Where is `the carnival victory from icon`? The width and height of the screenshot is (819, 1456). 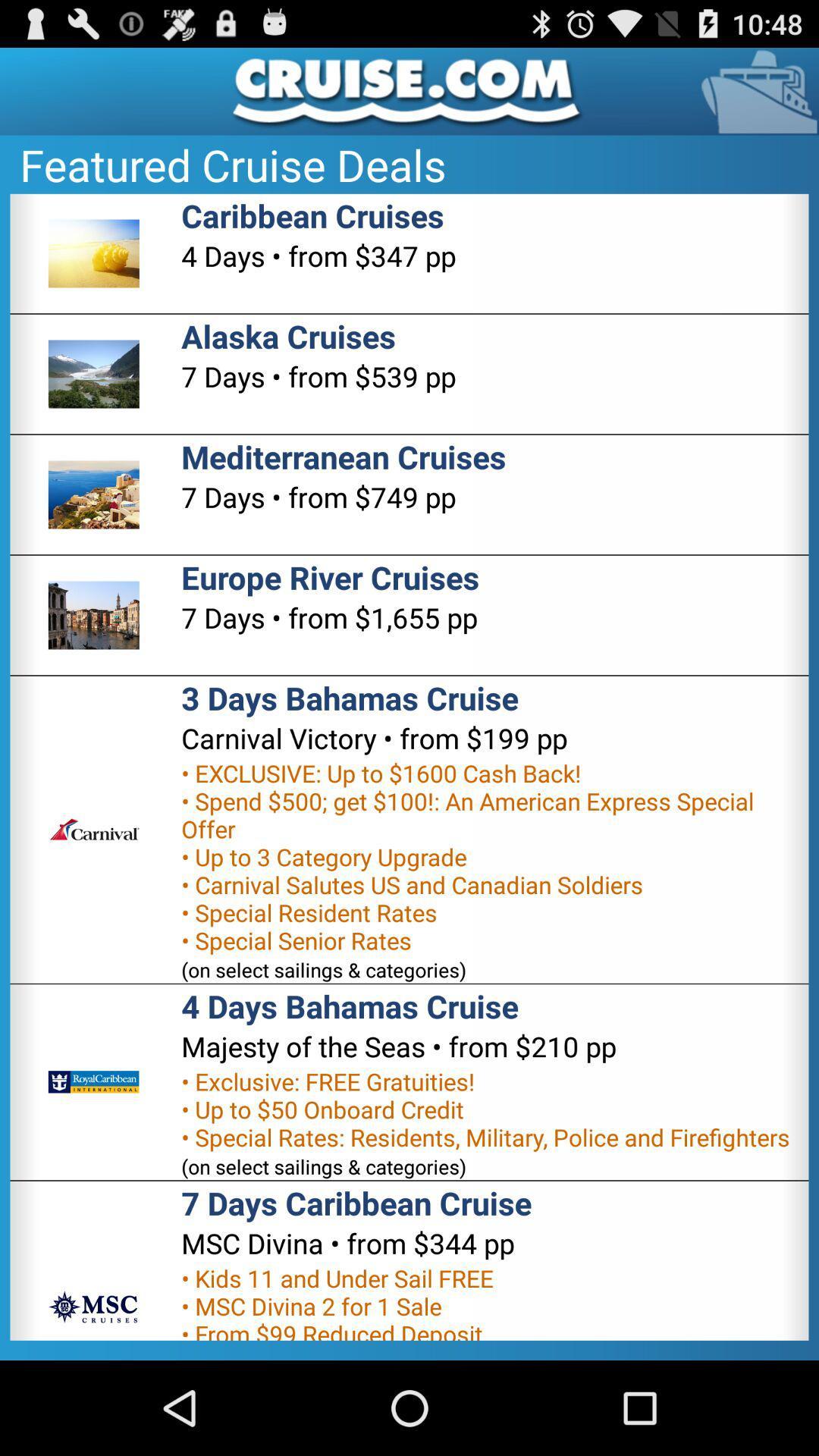
the carnival victory from icon is located at coordinates (374, 738).